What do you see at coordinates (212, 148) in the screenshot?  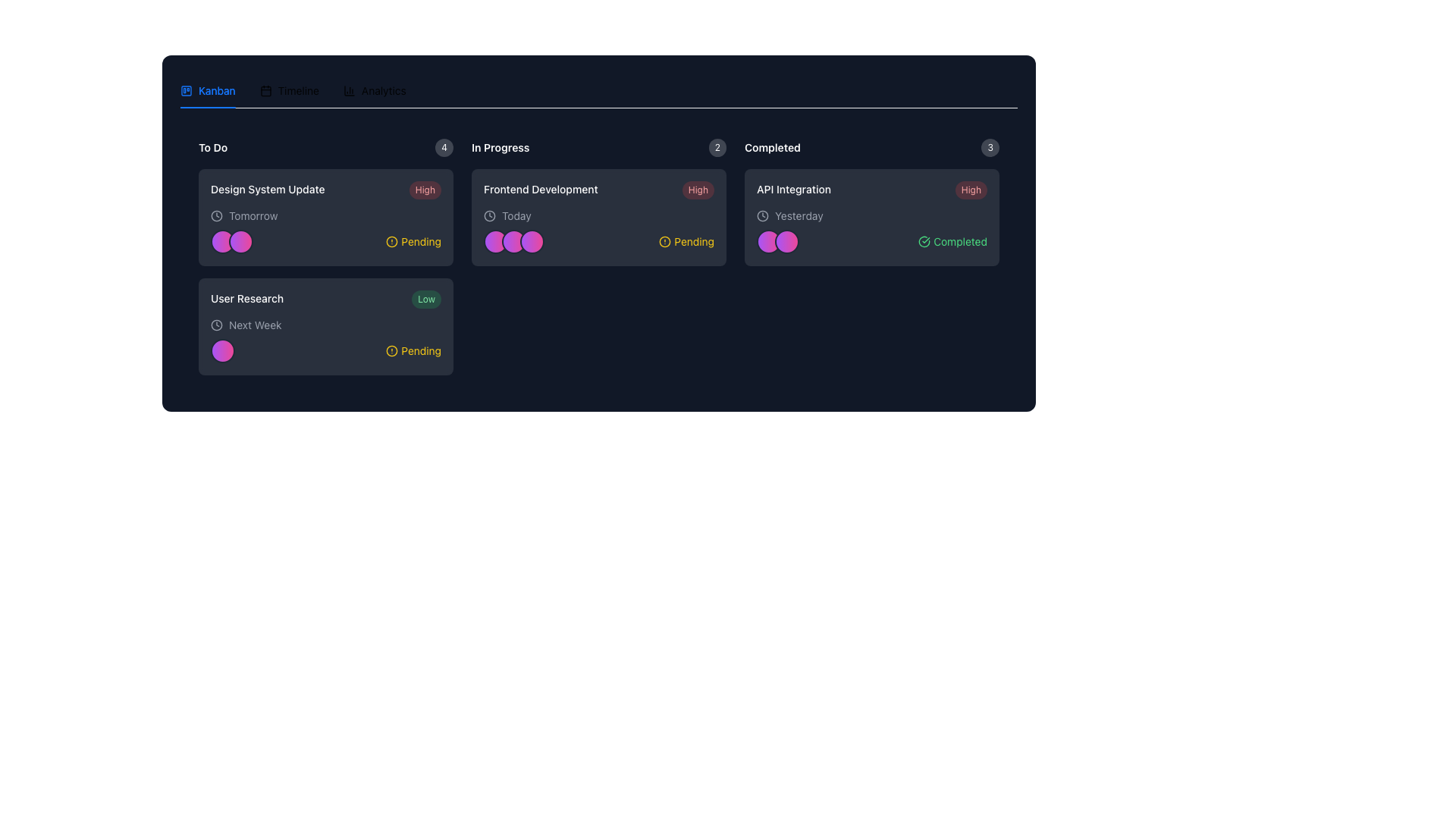 I see `the static text label that serves as the title for the 'To Do' section, located at the upper-left corner of the user interface` at bounding box center [212, 148].